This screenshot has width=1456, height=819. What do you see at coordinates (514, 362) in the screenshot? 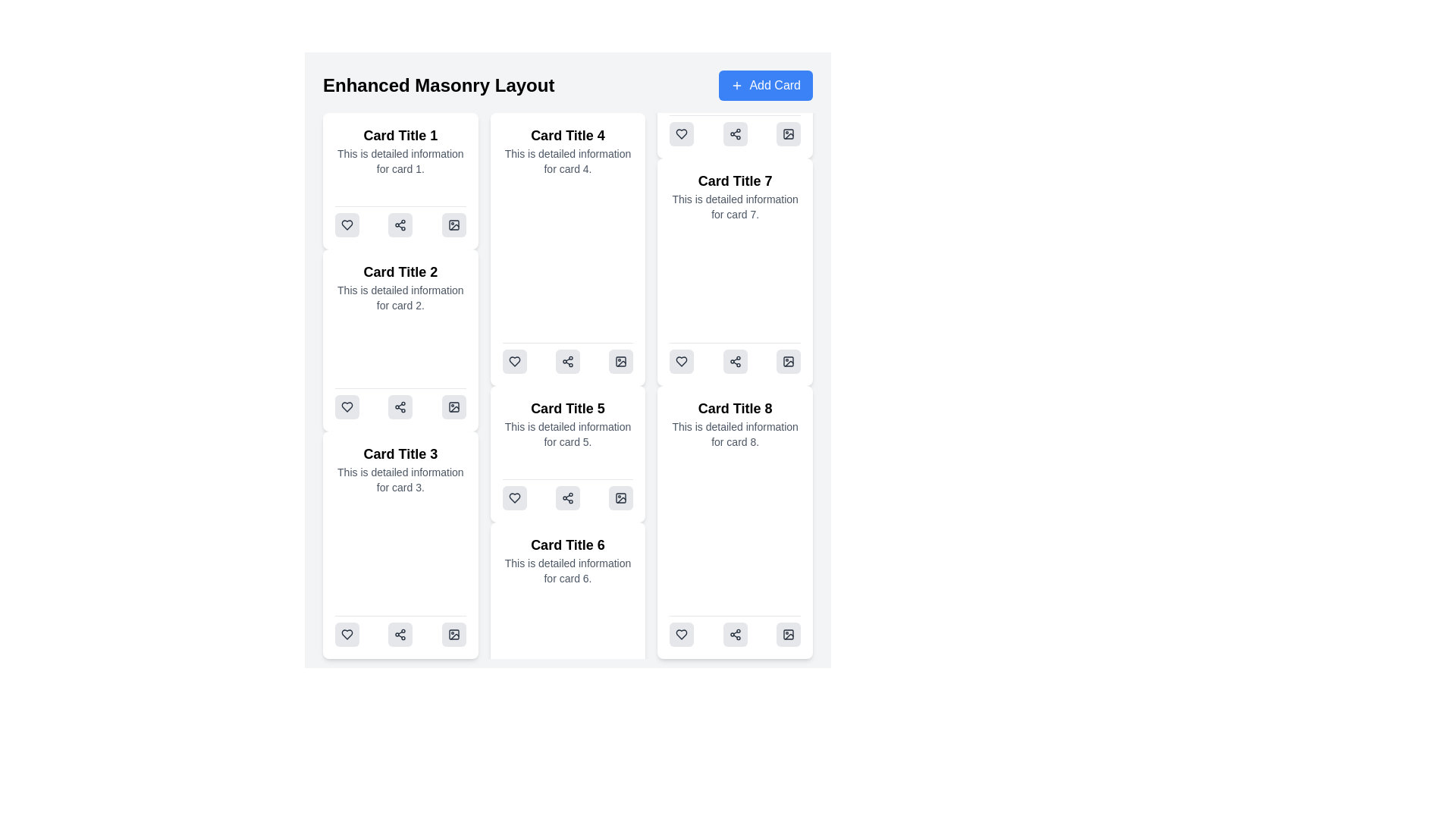
I see `the square-shaped button with a light gray background and rounded corners, which contains an outlined heart icon, located under the 'Card Title 4' section as the first button in a row of three interactive buttons` at bounding box center [514, 362].